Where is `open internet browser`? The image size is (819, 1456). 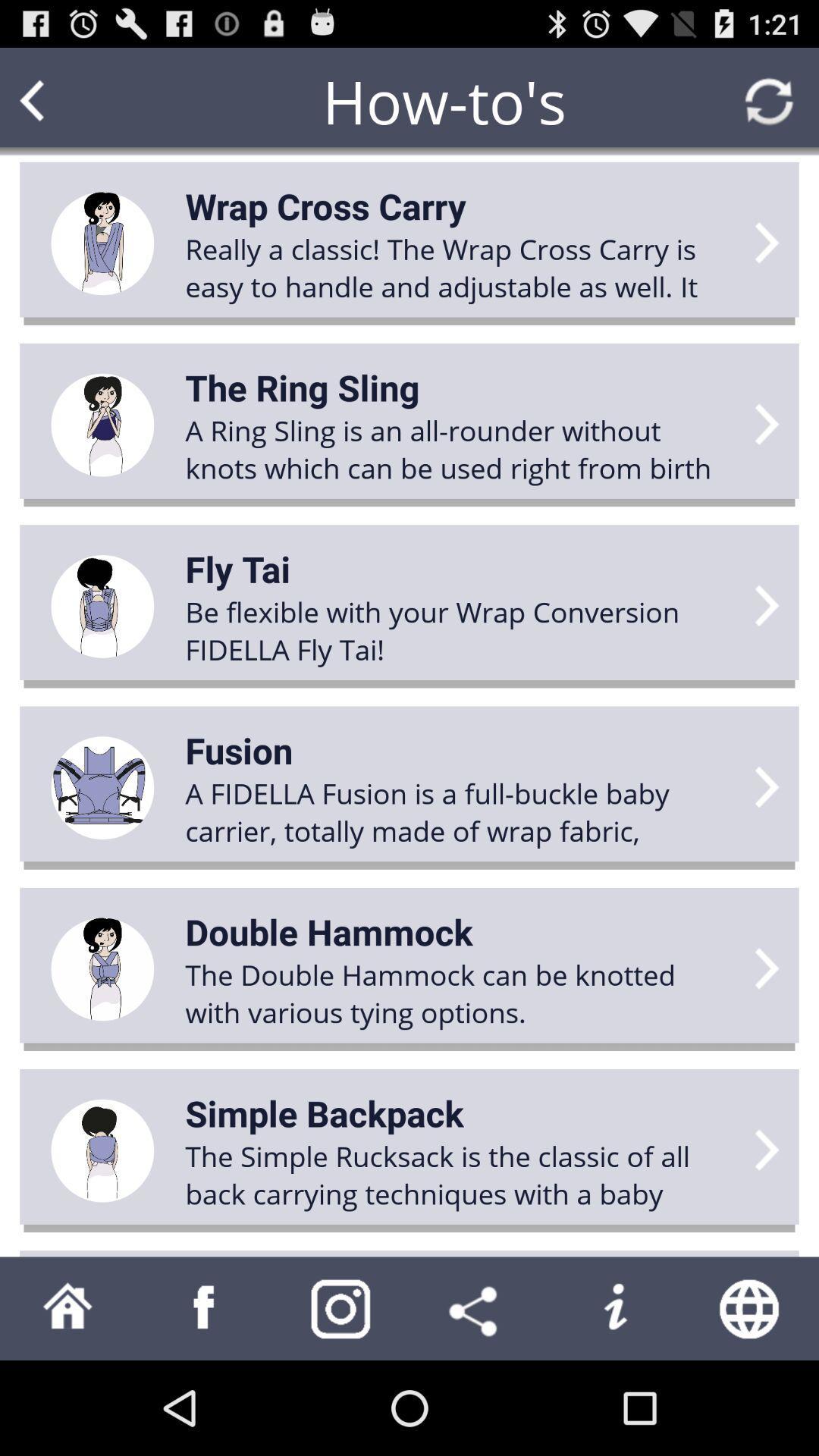 open internet browser is located at coordinates (751, 1307).